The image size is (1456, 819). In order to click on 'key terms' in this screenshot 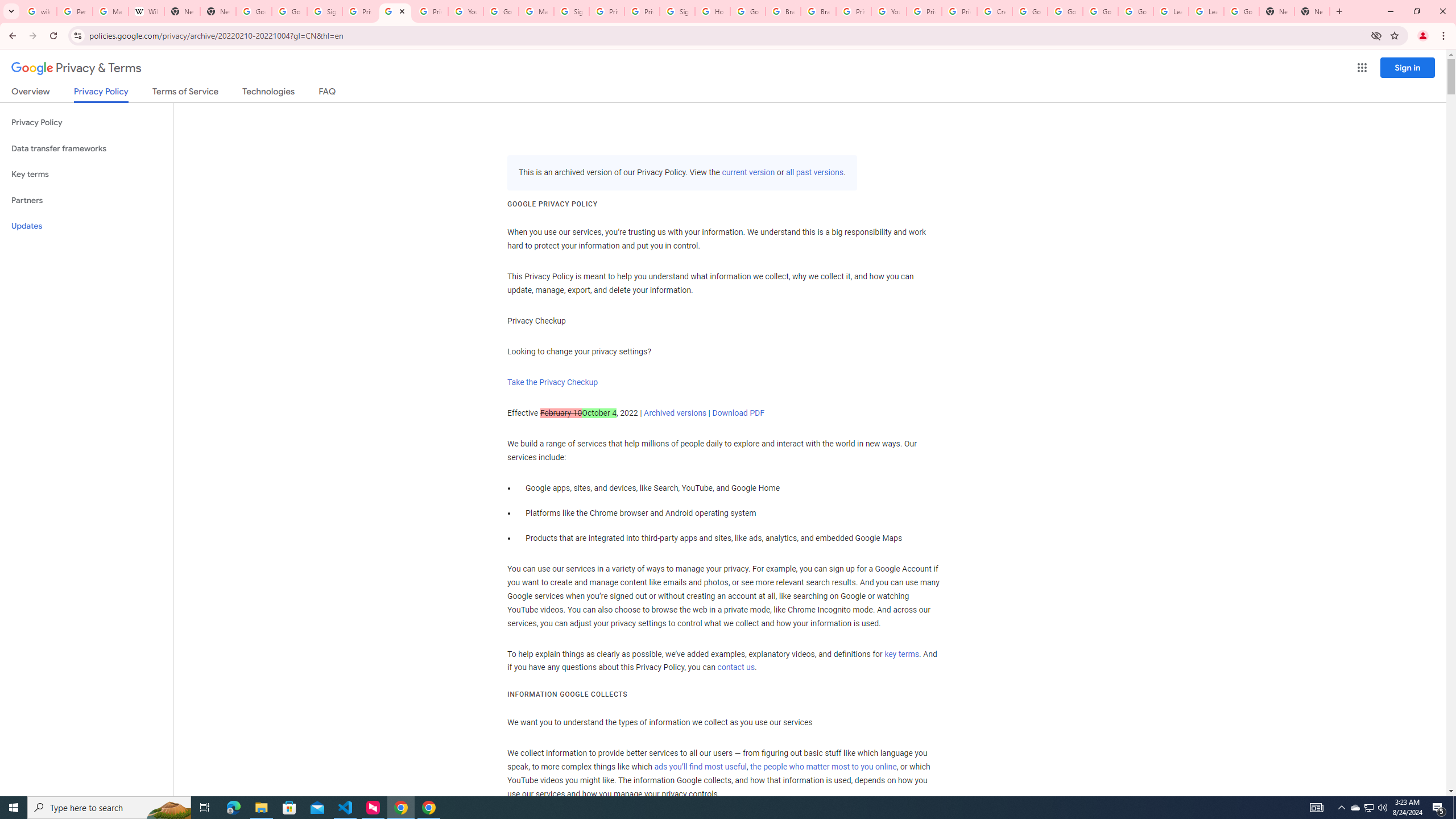, I will do `click(900, 653)`.